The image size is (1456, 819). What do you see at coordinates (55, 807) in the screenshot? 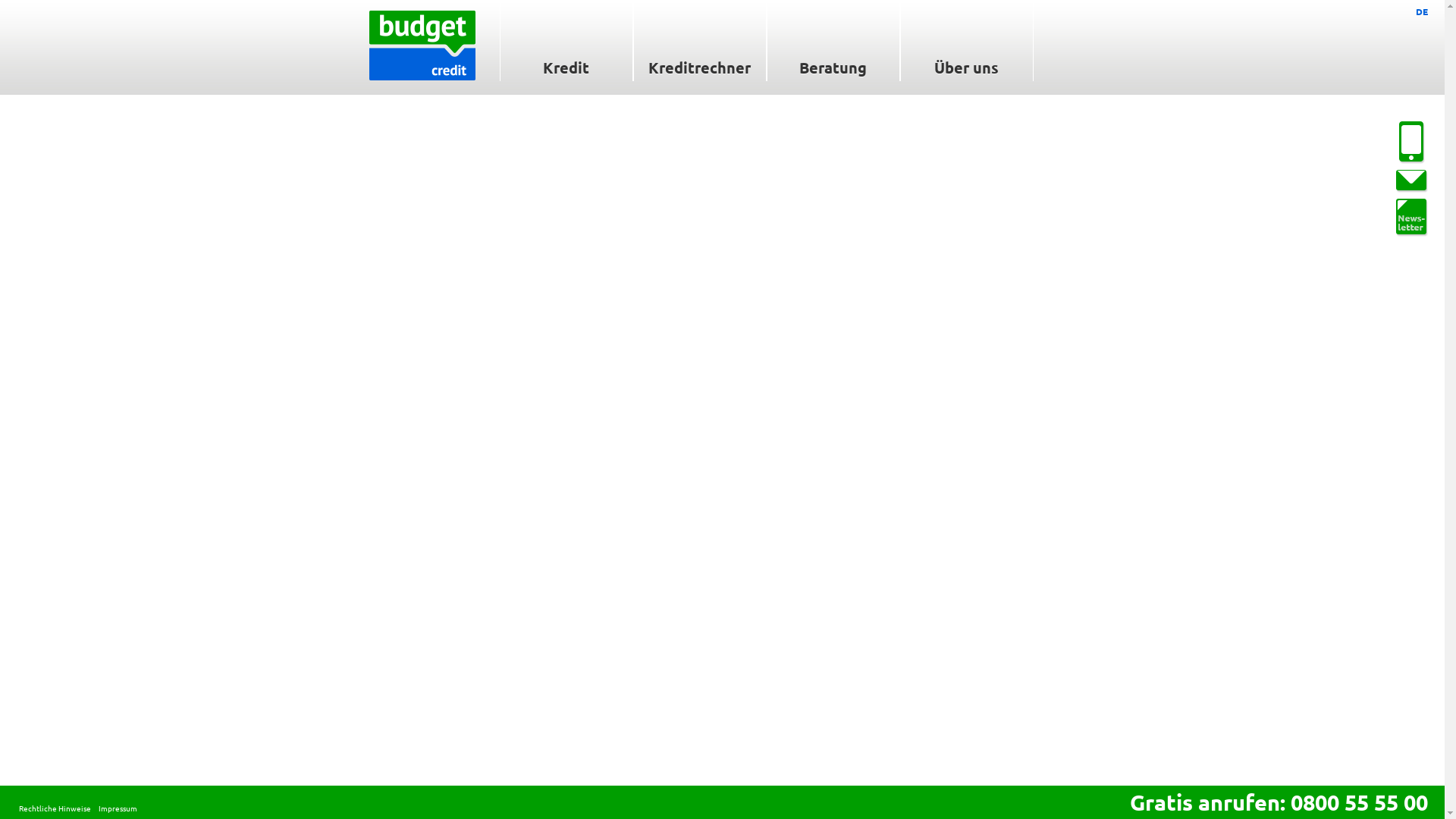
I see `'Rechtliche Hinweise'` at bounding box center [55, 807].